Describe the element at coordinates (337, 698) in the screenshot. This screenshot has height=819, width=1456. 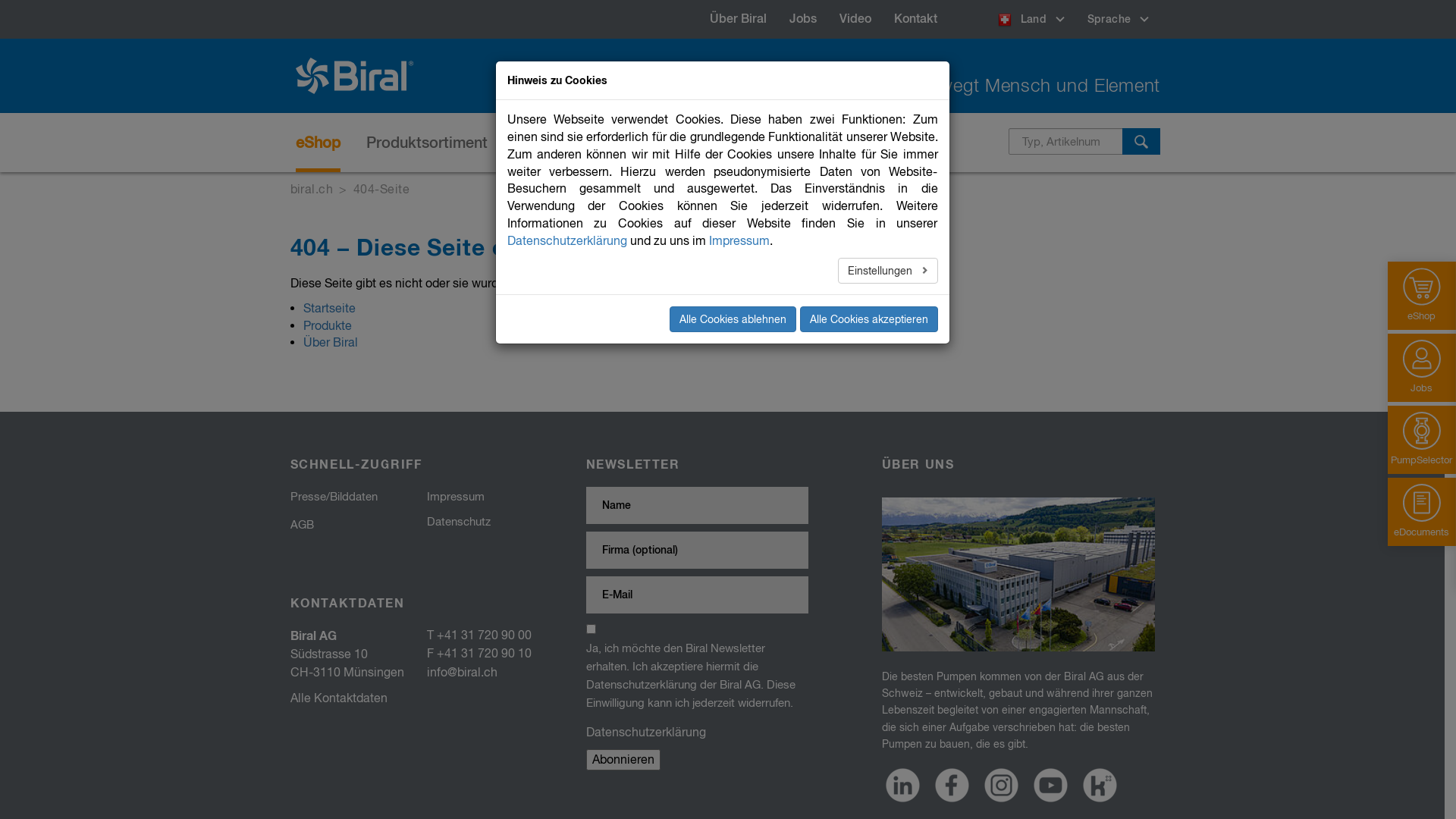
I see `'Alle Kontaktdaten'` at that location.